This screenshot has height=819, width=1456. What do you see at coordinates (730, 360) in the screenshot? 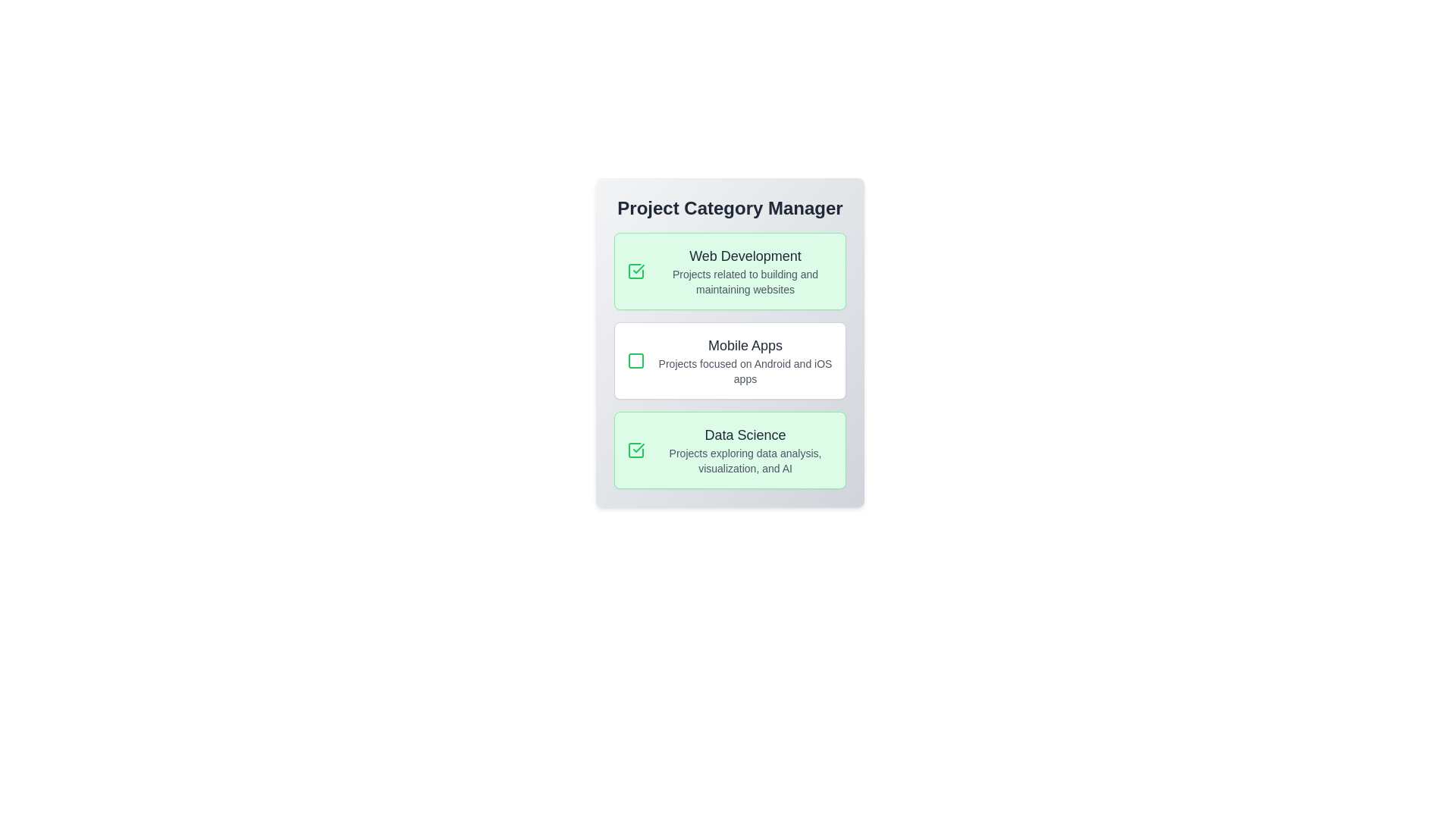
I see `the second category item in the 'Project Category Manager' section, which is related to mobile app development and includes a checkbox for selection` at bounding box center [730, 360].